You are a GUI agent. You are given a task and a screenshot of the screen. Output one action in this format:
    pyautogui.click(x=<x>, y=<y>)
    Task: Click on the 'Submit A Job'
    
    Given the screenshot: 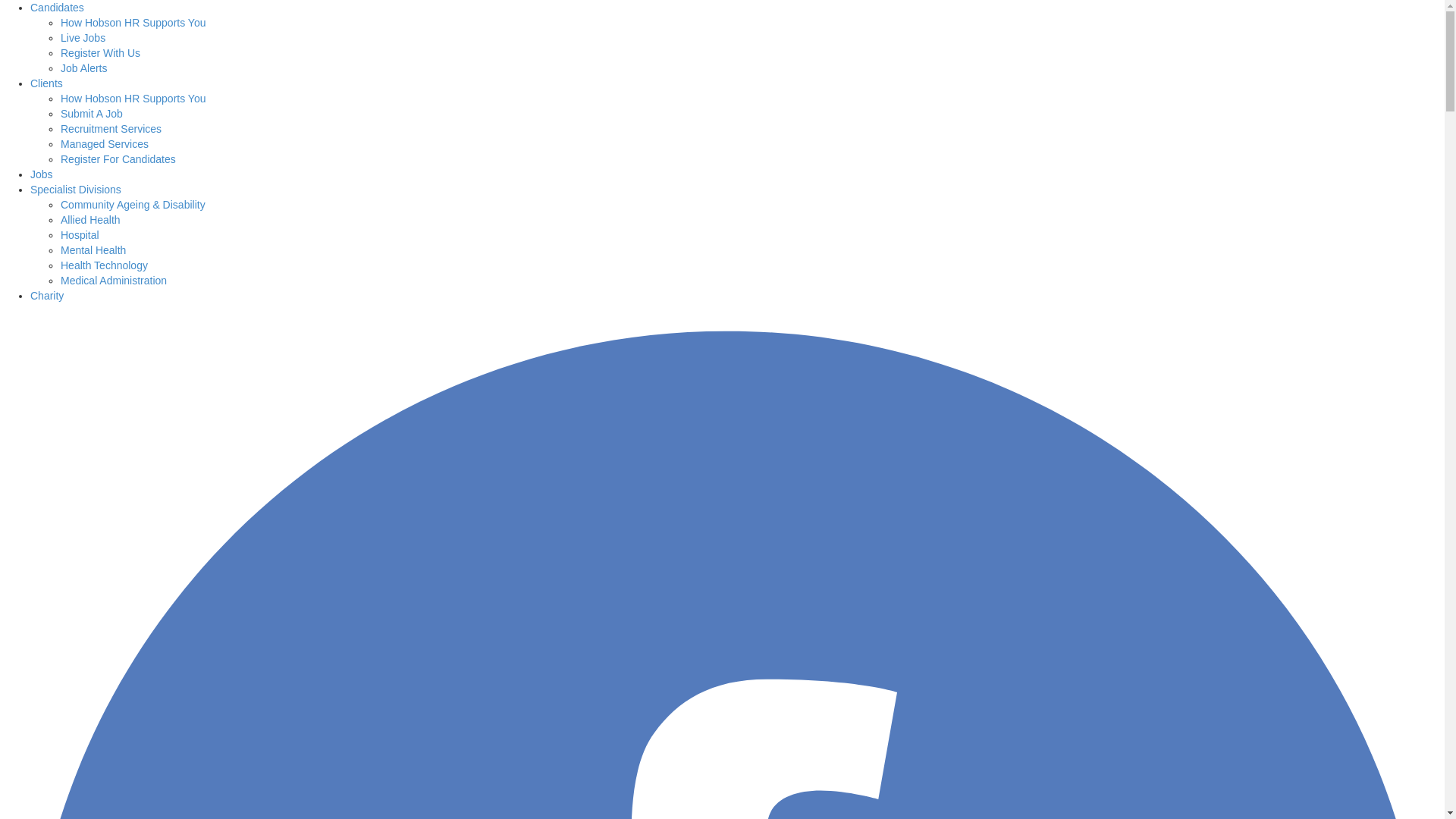 What is the action you would take?
    pyautogui.click(x=61, y=113)
    